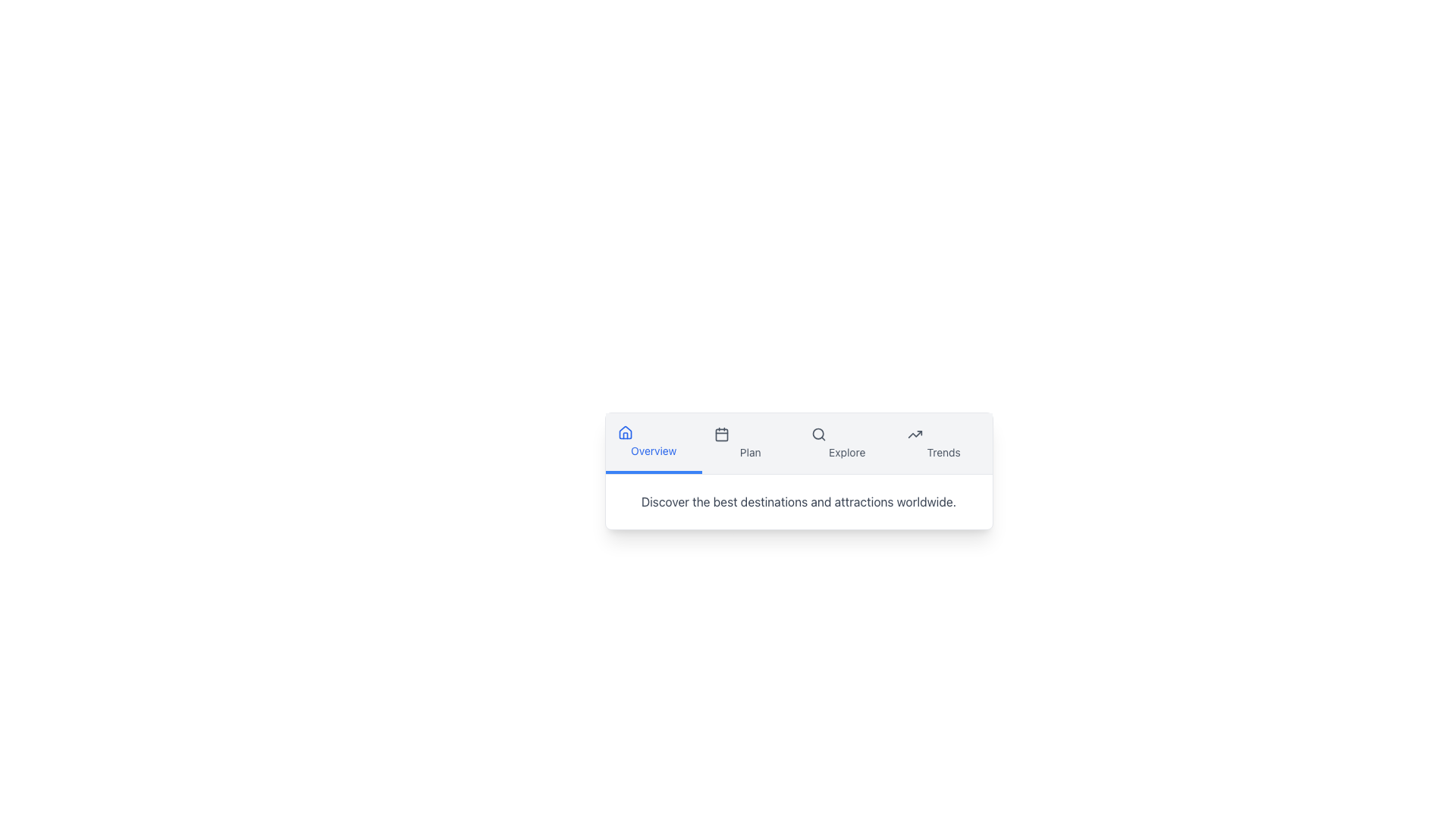 The height and width of the screenshot is (819, 1456). I want to click on the rising trend icon in the navigation bar, so click(914, 435).